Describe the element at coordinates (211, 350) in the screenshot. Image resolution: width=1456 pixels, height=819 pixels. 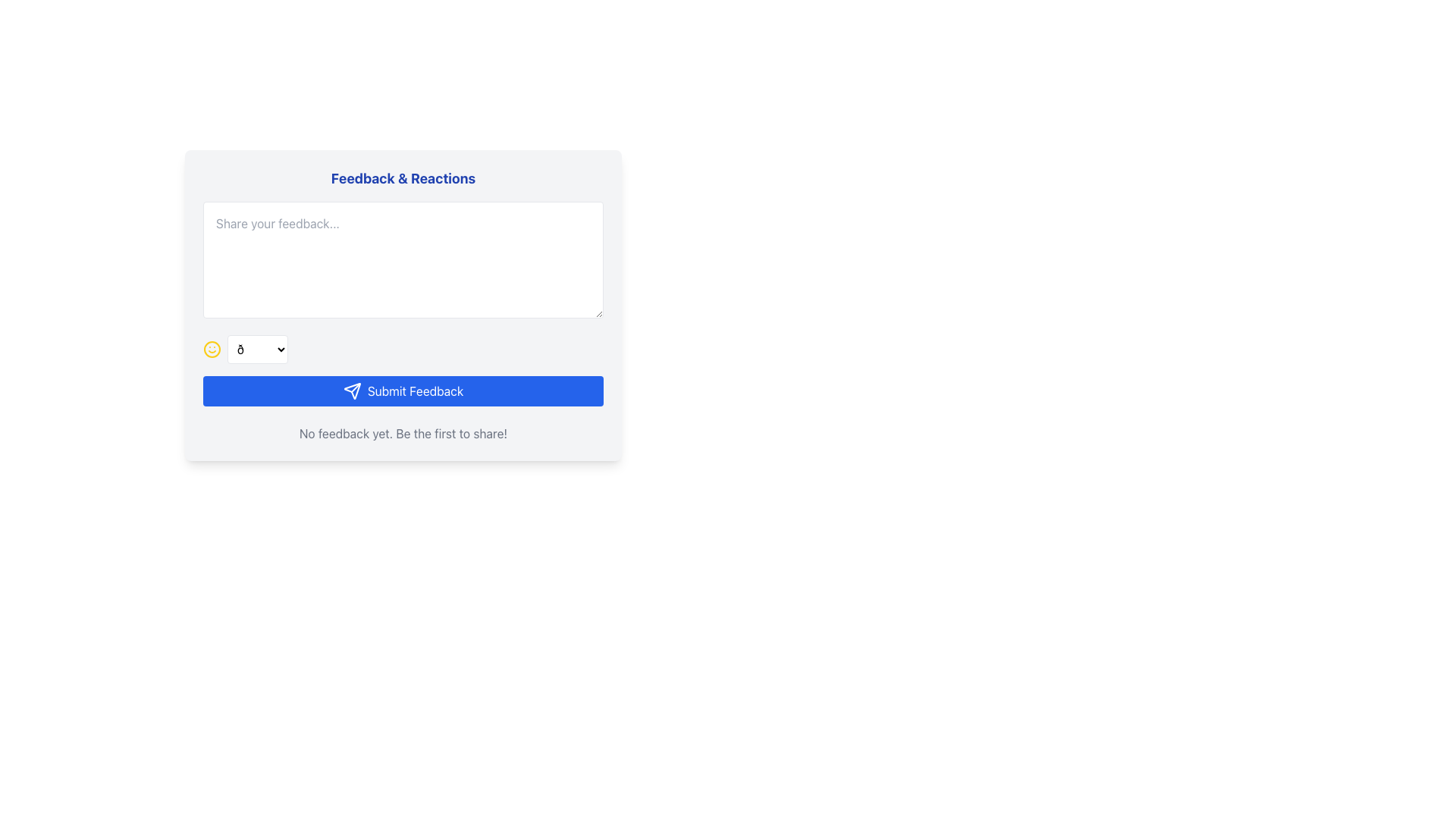
I see `the smiling face icon within the yellow circular boundary at the top-left corner of the feedback form` at that location.